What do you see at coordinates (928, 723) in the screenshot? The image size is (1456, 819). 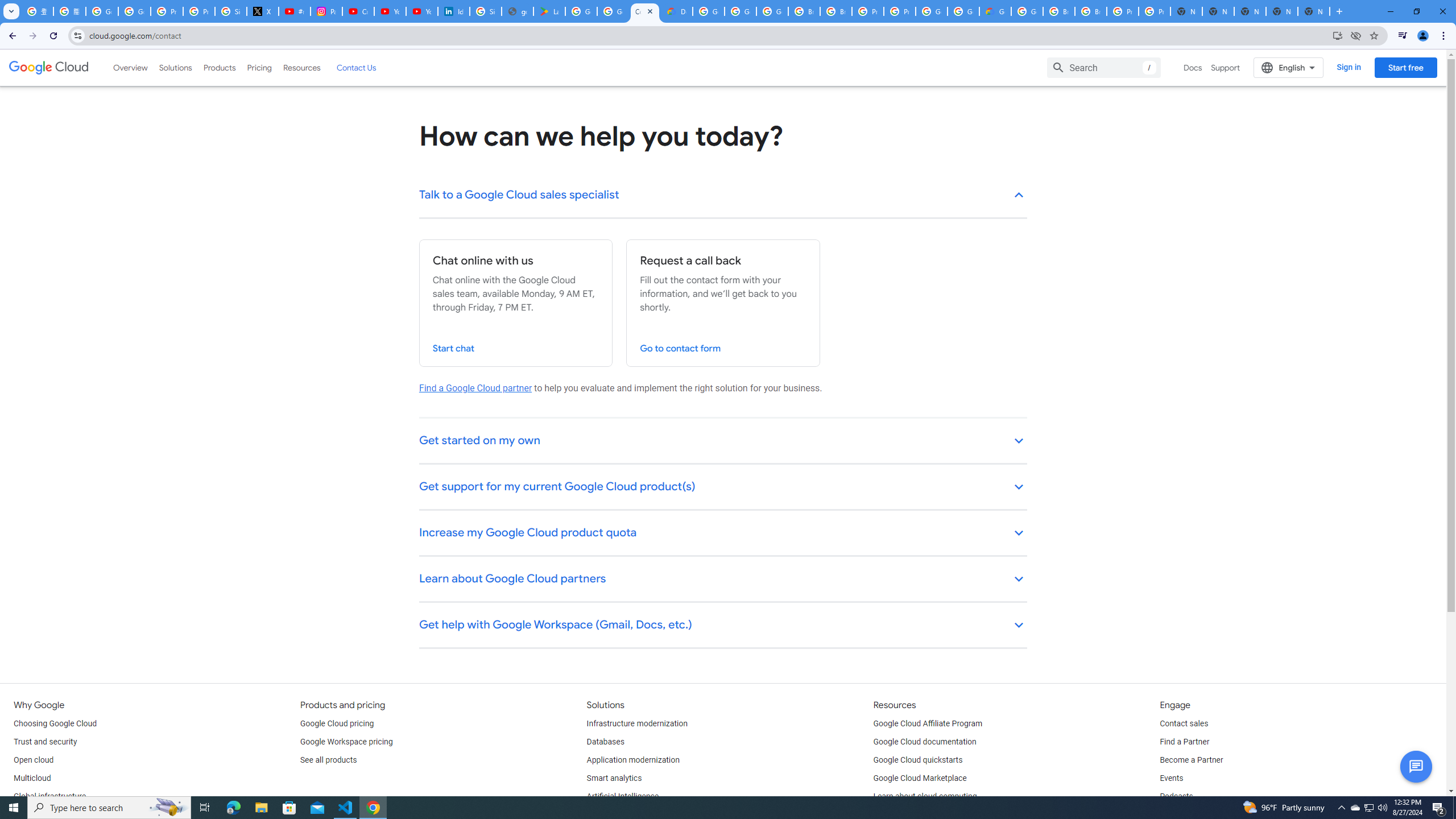 I see `'Google Cloud Affiliate Program'` at bounding box center [928, 723].